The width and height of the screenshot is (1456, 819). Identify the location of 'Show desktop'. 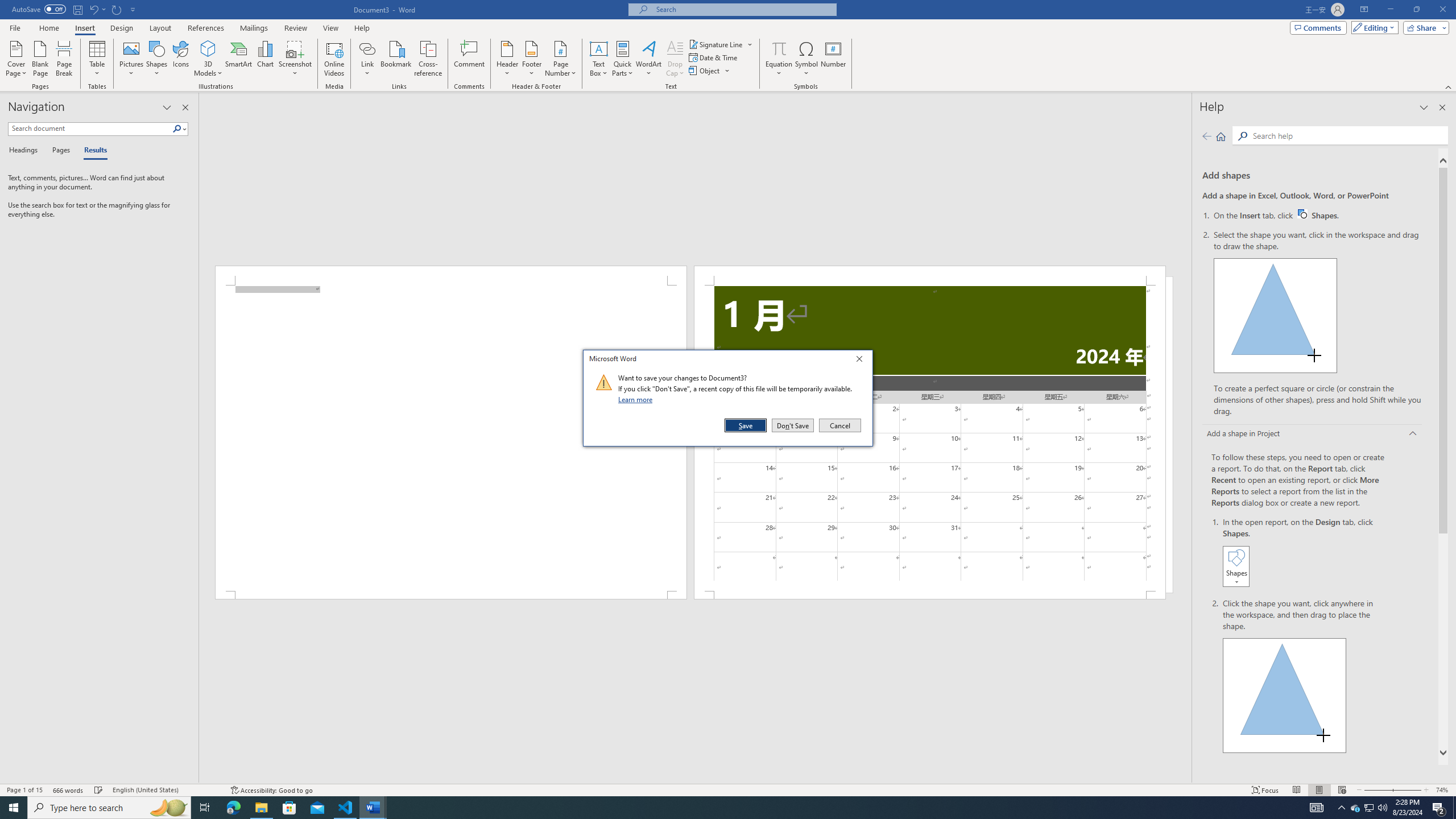
(1454, 806).